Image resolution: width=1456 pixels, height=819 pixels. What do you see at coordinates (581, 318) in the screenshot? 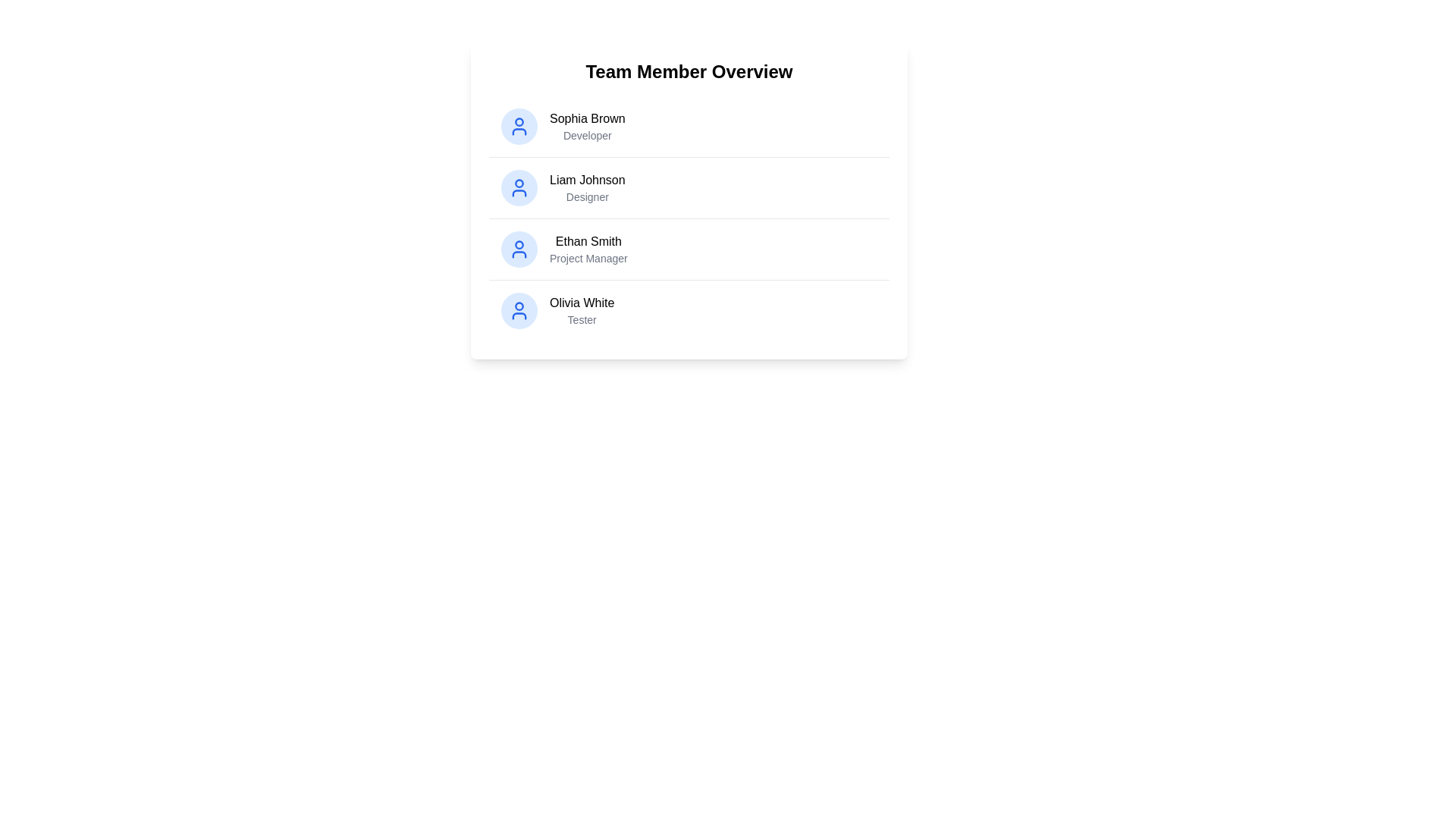
I see `displayed text of the label indicating the role or description of 'Olivia White', located at the bottom of her card, centered below her name` at bounding box center [581, 318].